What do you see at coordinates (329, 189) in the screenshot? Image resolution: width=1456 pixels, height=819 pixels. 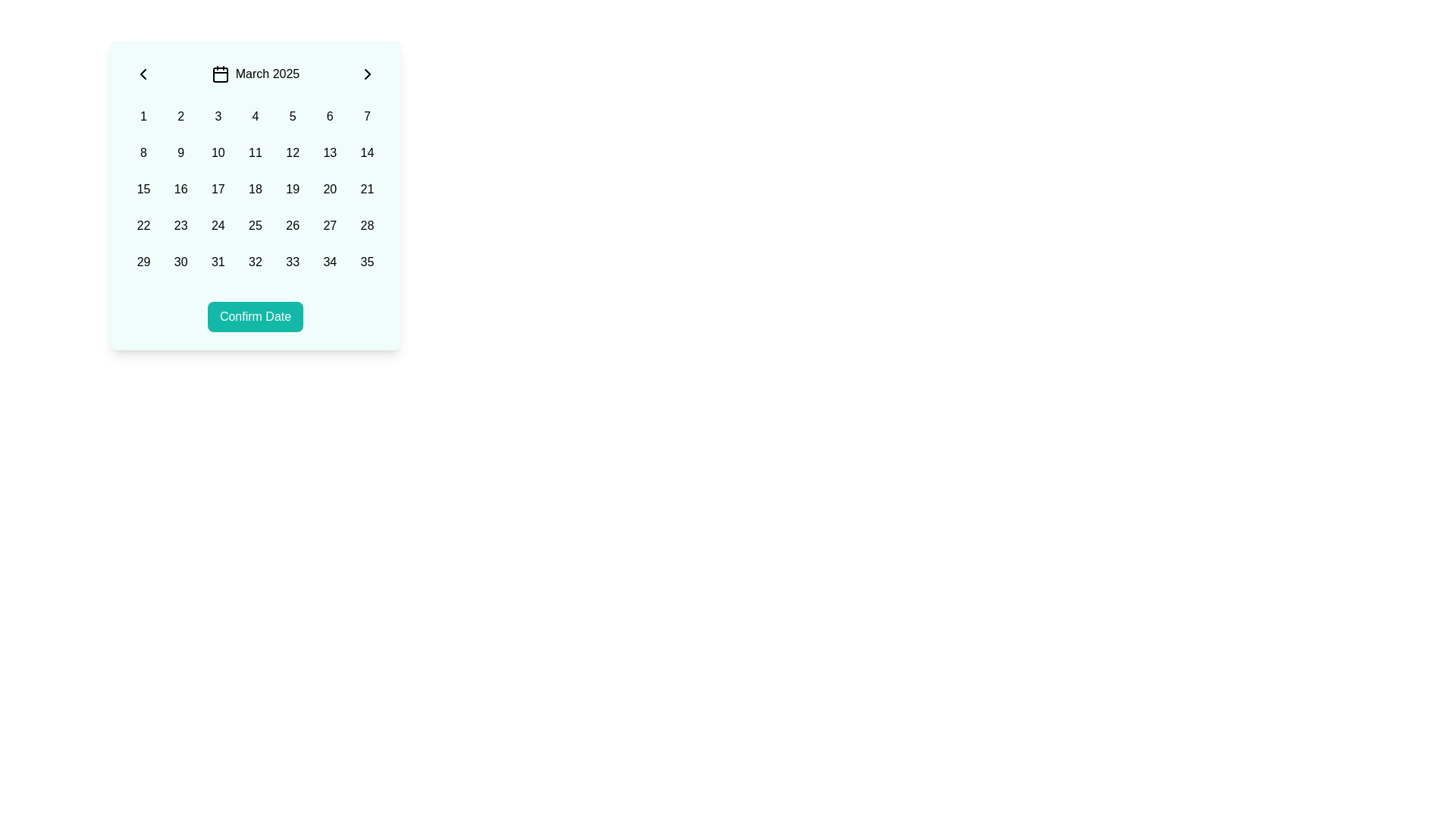 I see `the selectable date button representing the date '20' in the calendar interface` at bounding box center [329, 189].